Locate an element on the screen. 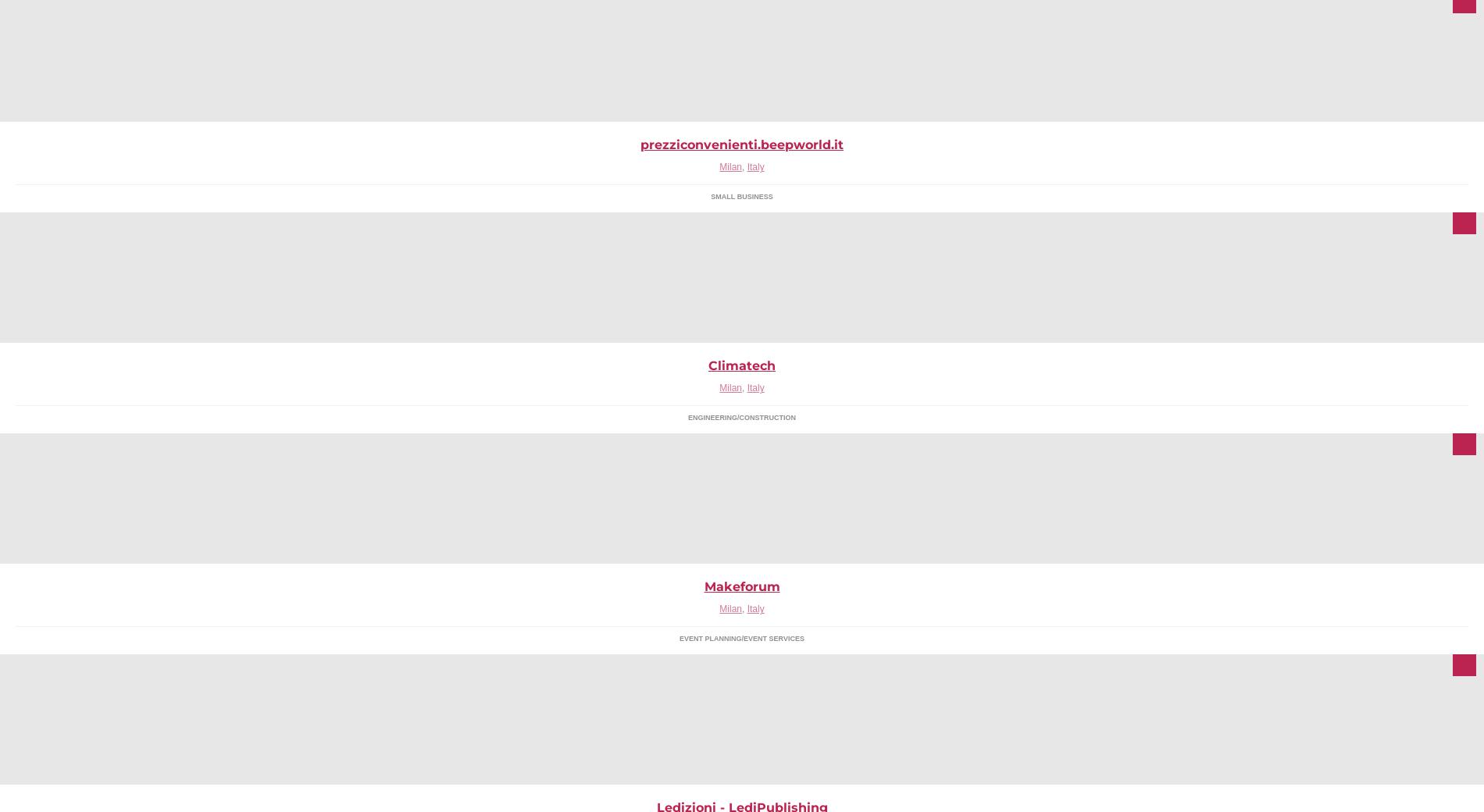 This screenshot has height=812, width=1484. 'Makeforum' is located at coordinates (740, 586).